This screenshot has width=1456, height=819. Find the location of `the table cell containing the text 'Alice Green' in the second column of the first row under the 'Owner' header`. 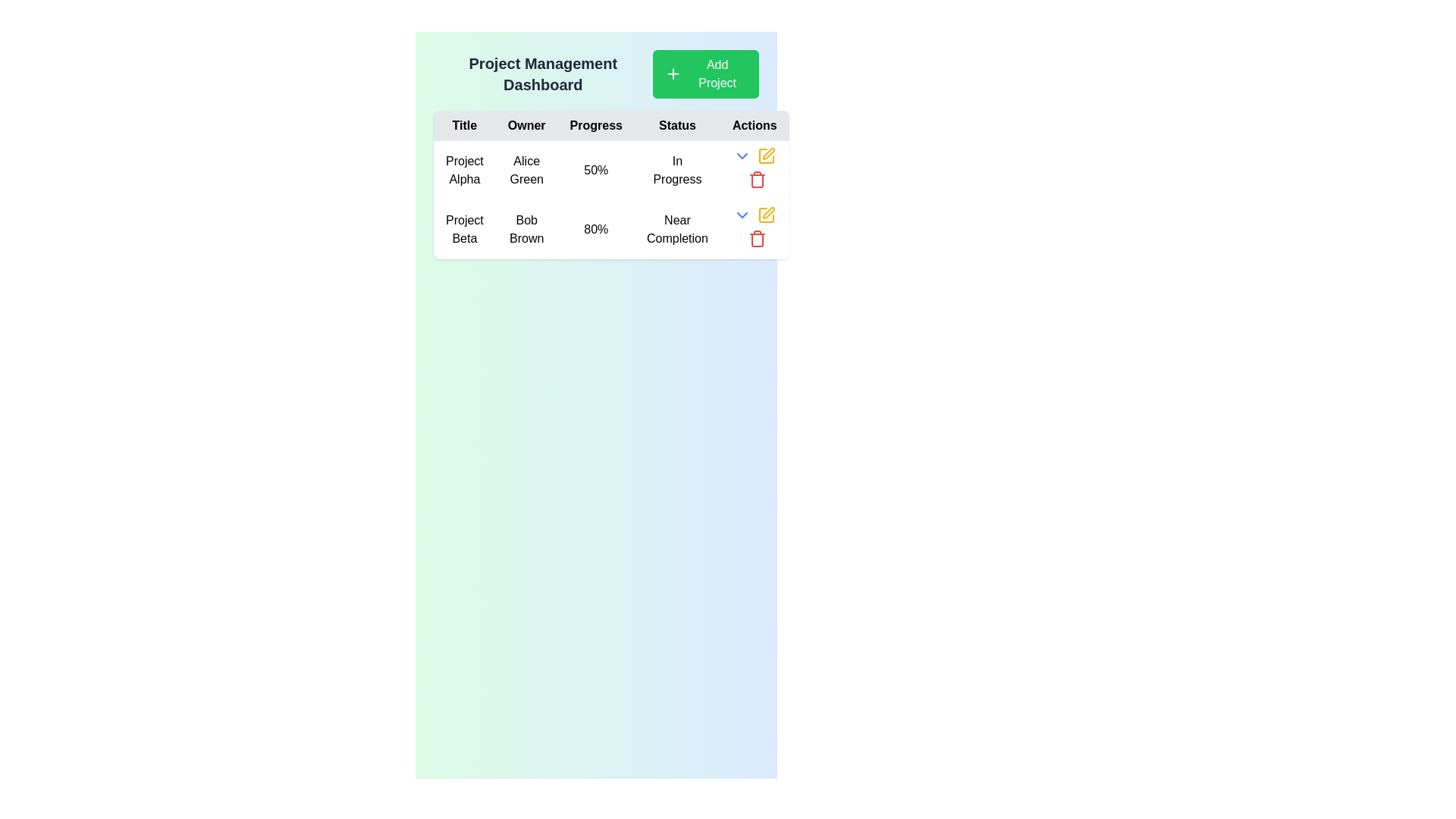

the table cell containing the text 'Alice Green' in the second column of the first row under the 'Owner' header is located at coordinates (526, 170).